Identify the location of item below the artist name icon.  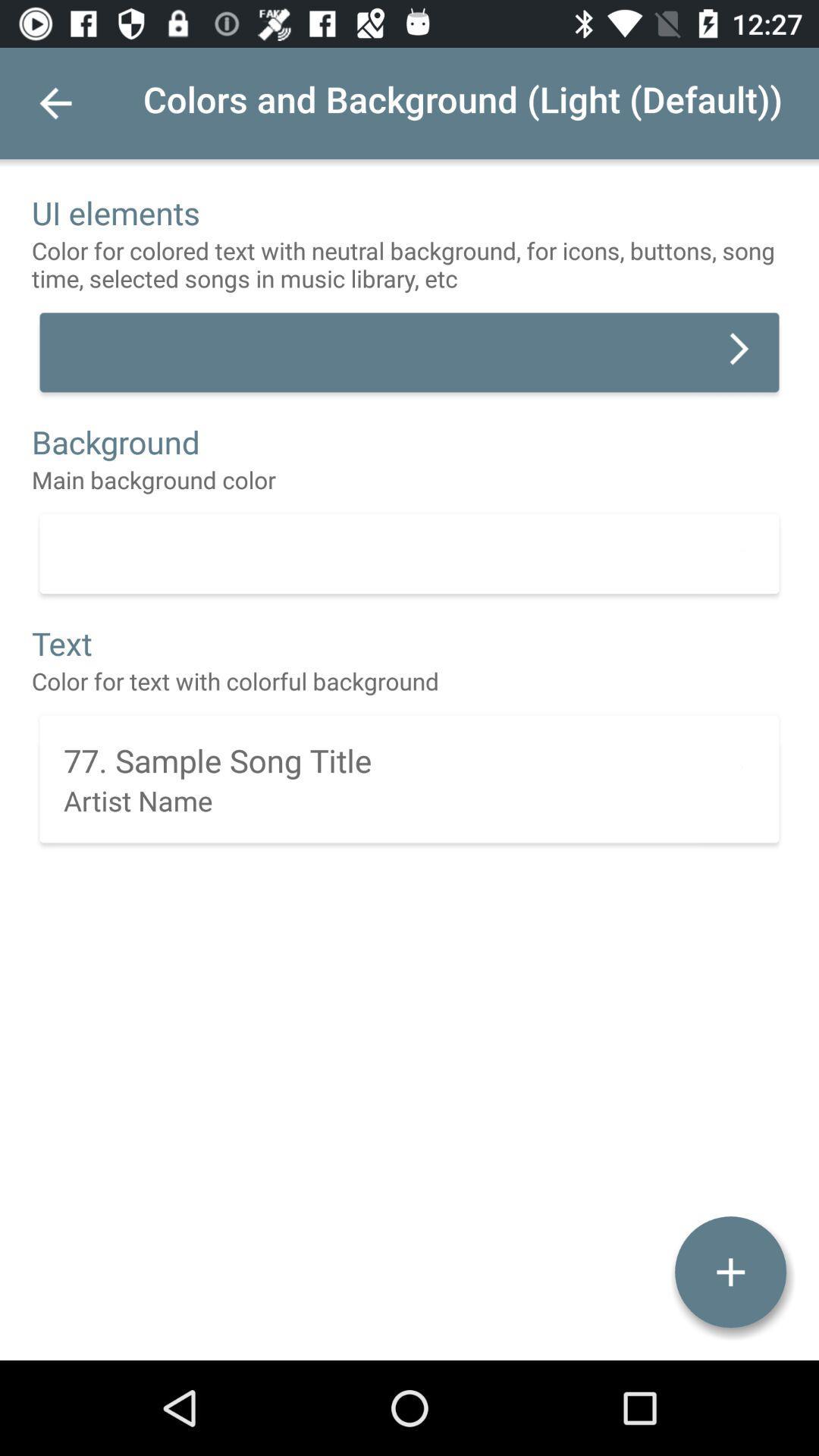
(730, 1272).